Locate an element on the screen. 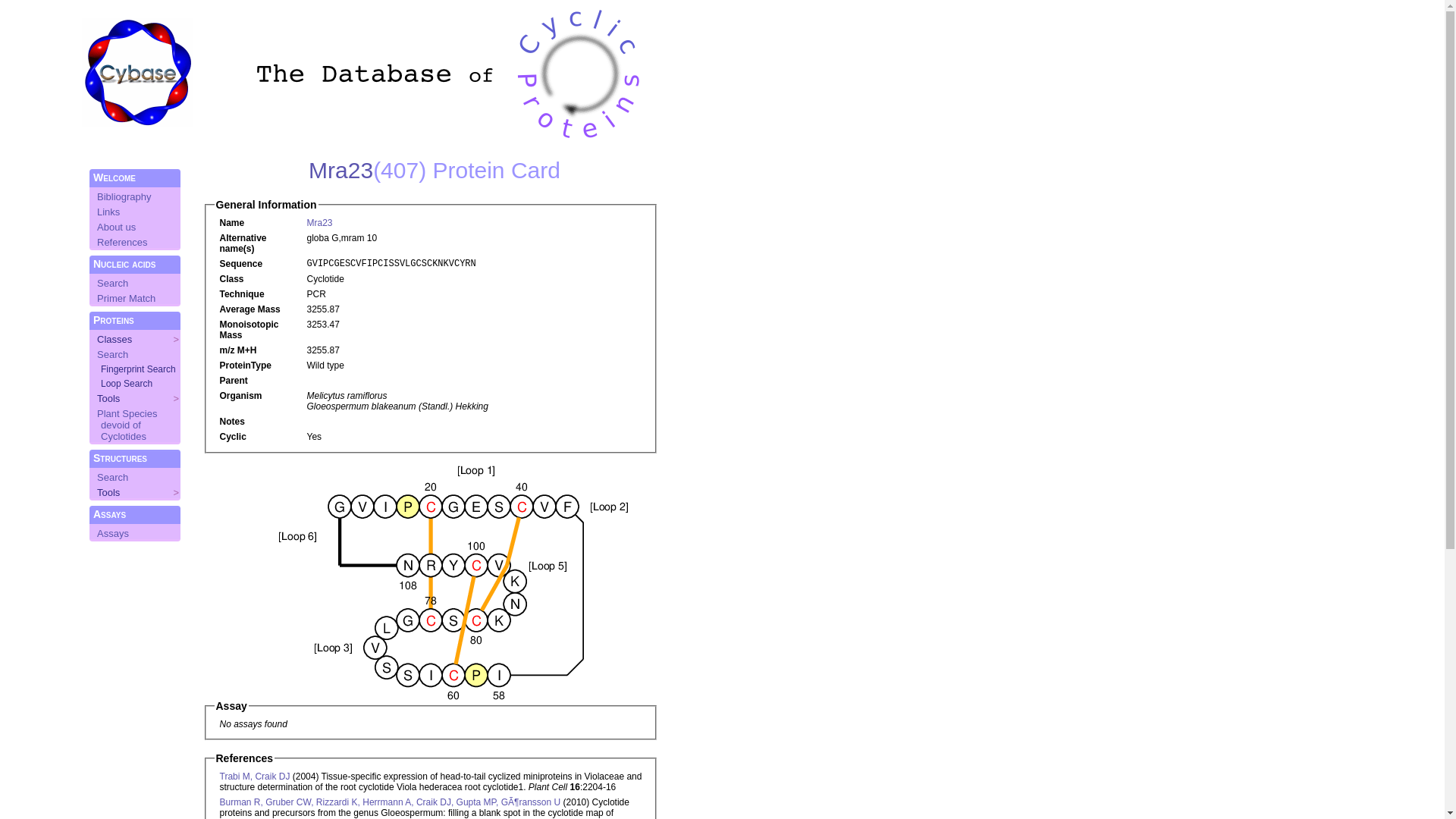  'Assays' is located at coordinates (111, 532).